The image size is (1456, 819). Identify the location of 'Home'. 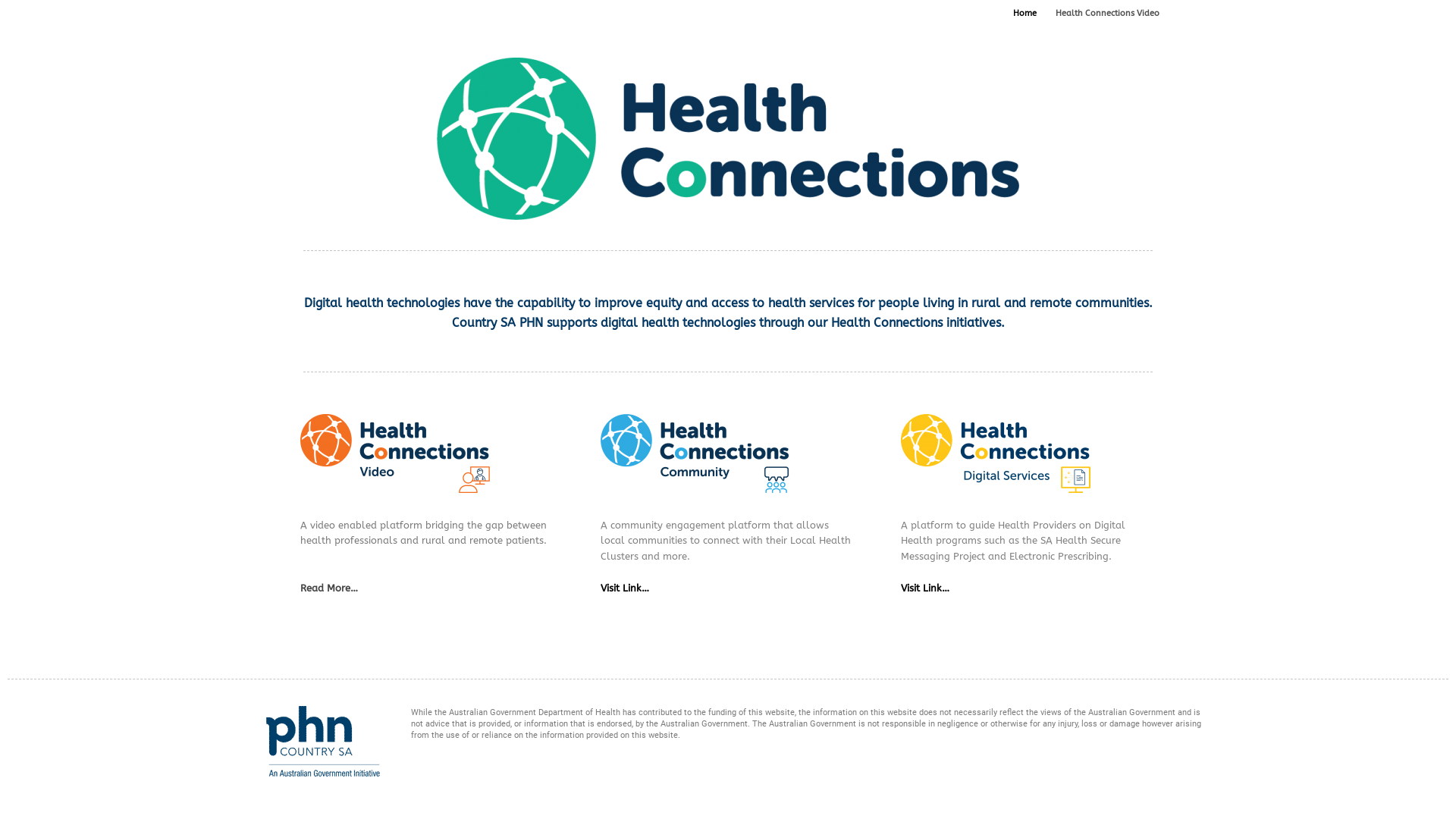
(1025, 14).